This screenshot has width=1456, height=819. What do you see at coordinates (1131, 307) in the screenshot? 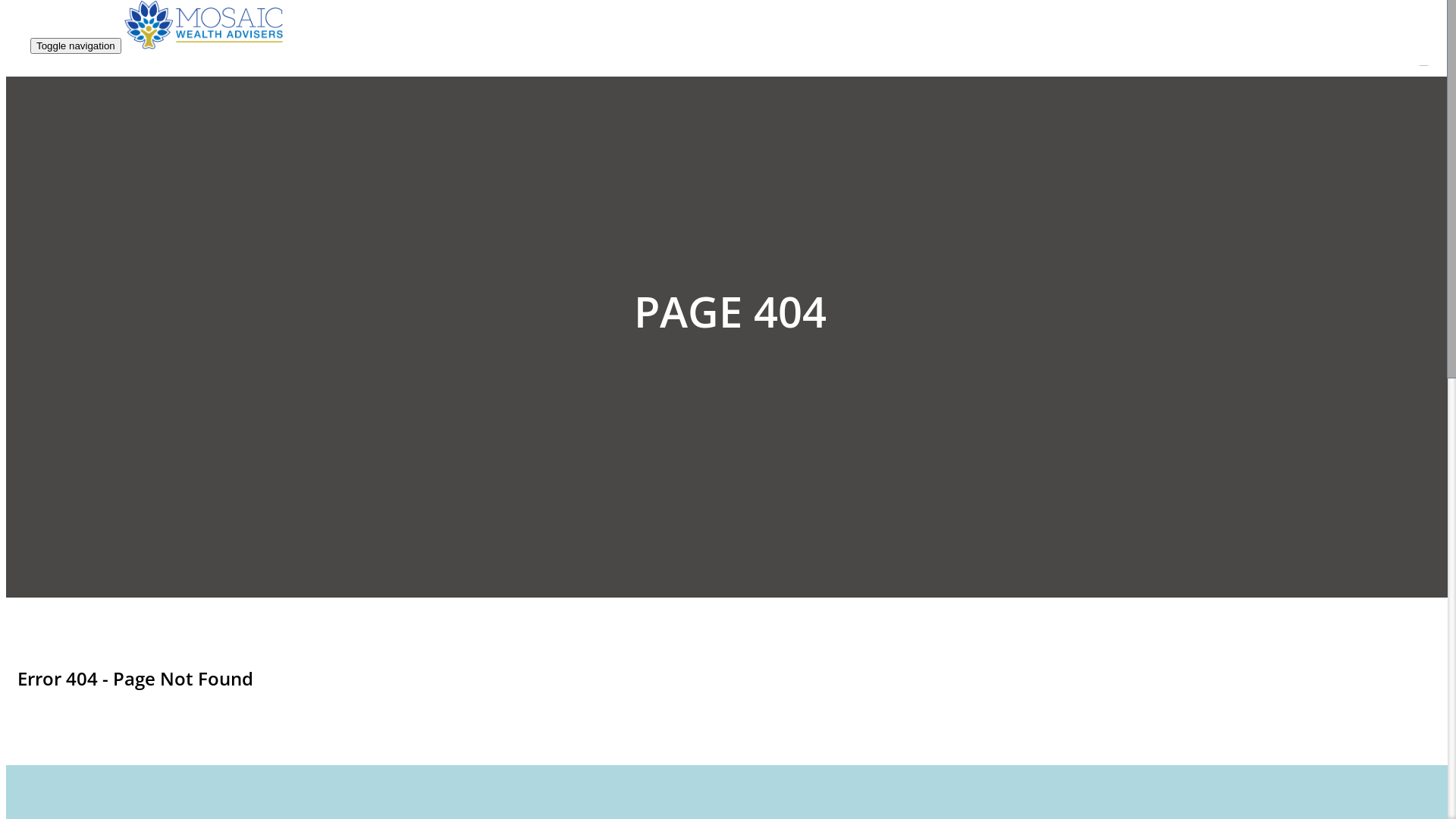
I see `'What to expect'` at bounding box center [1131, 307].